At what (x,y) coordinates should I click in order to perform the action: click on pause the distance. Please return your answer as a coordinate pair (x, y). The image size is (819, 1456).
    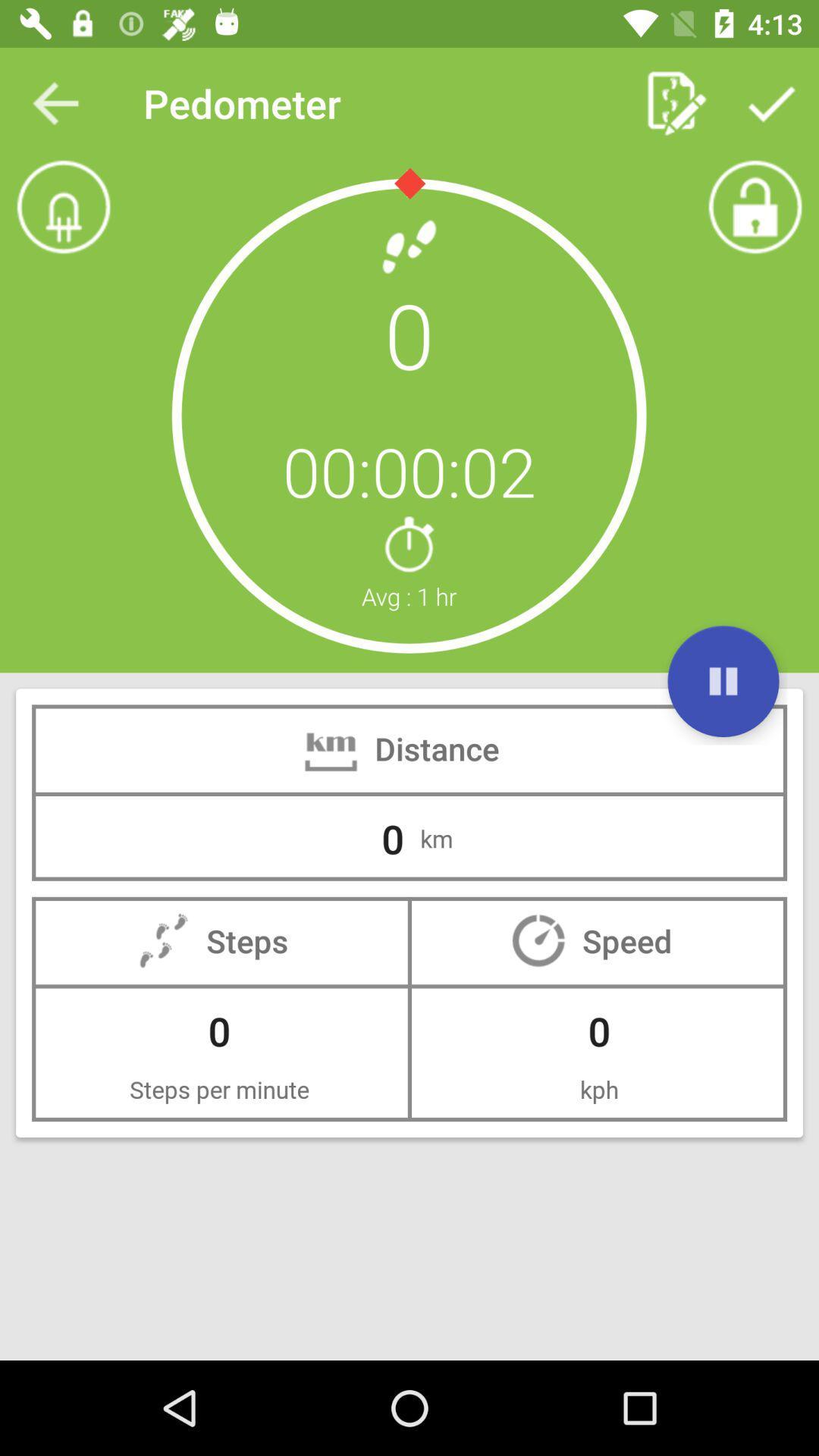
    Looking at the image, I should click on (722, 680).